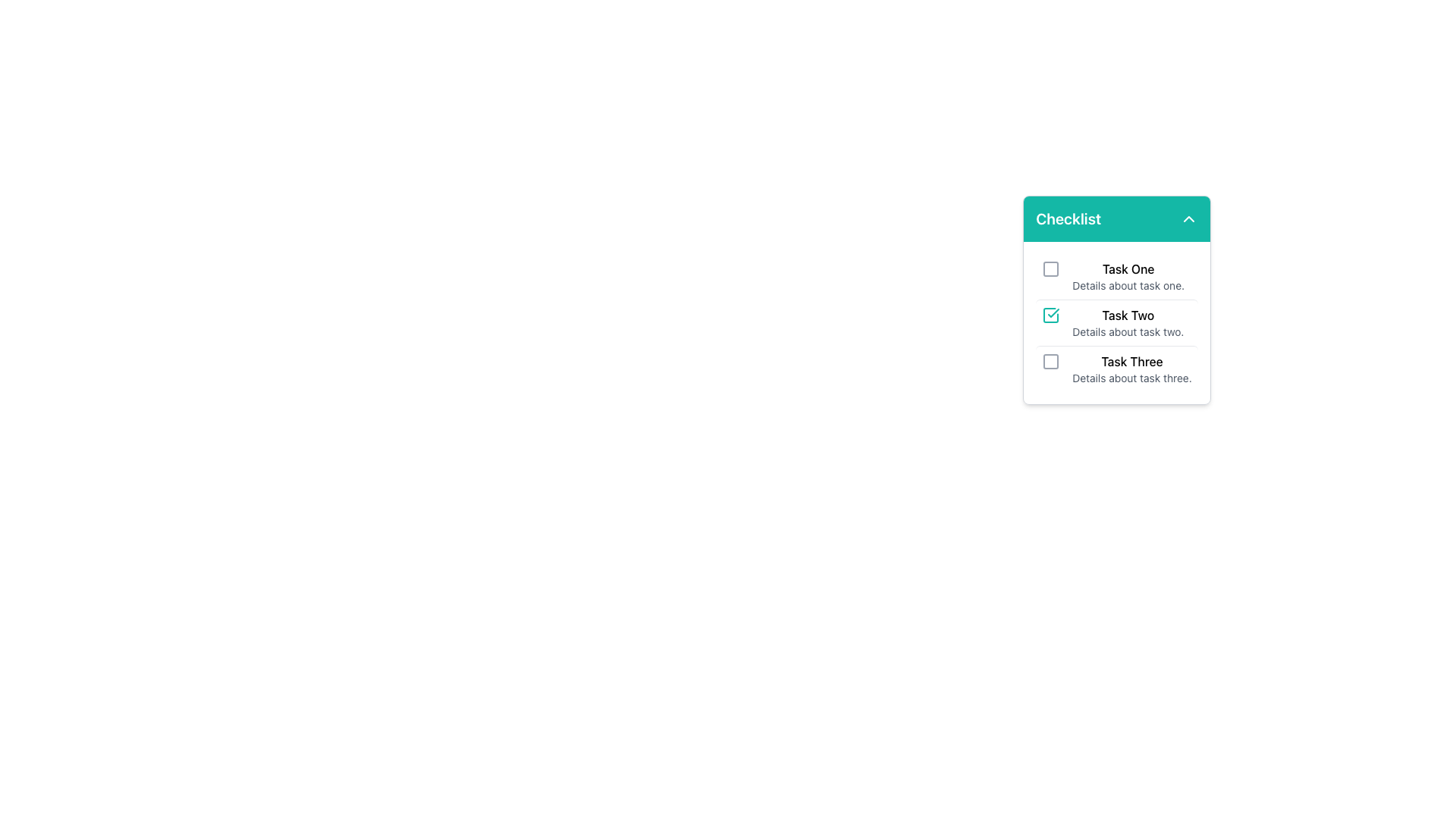  What do you see at coordinates (1188, 219) in the screenshot?
I see `the chevron-up icon located at the top right corner of the teal header bar within the checklist UI` at bounding box center [1188, 219].